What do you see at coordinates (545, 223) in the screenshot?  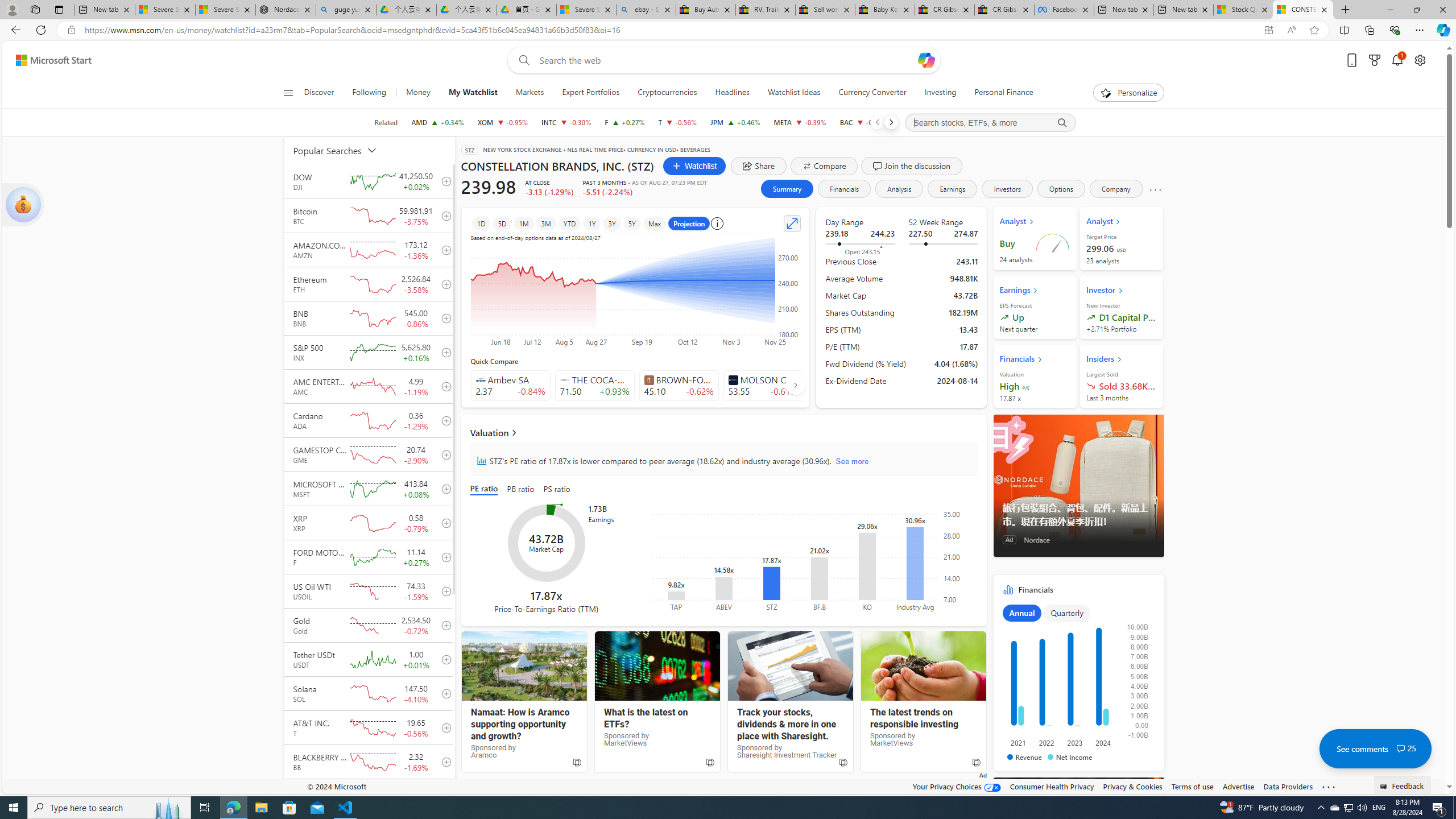 I see `'3M'` at bounding box center [545, 223].